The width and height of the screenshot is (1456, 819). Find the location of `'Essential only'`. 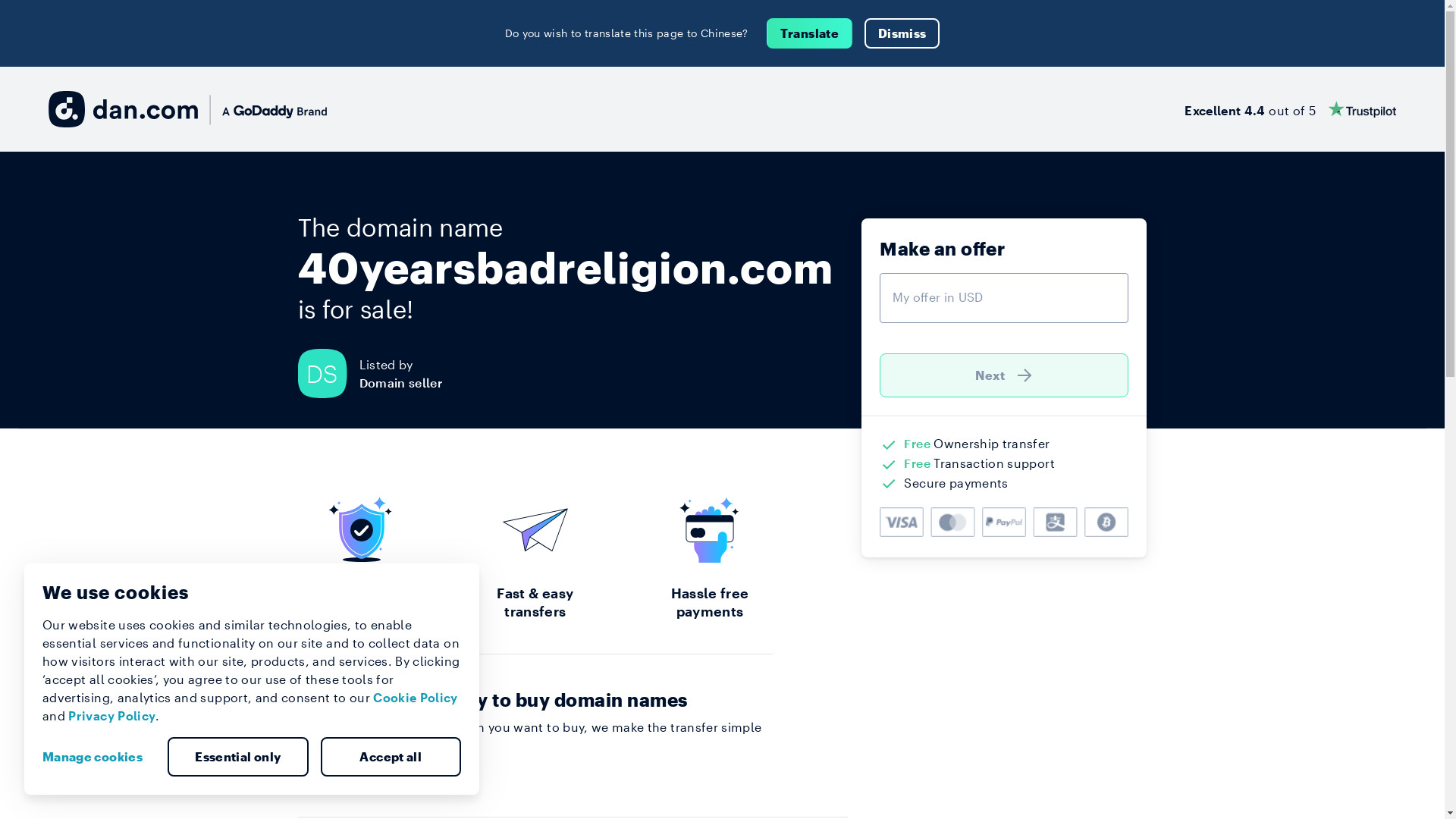

'Essential only' is located at coordinates (167, 757).